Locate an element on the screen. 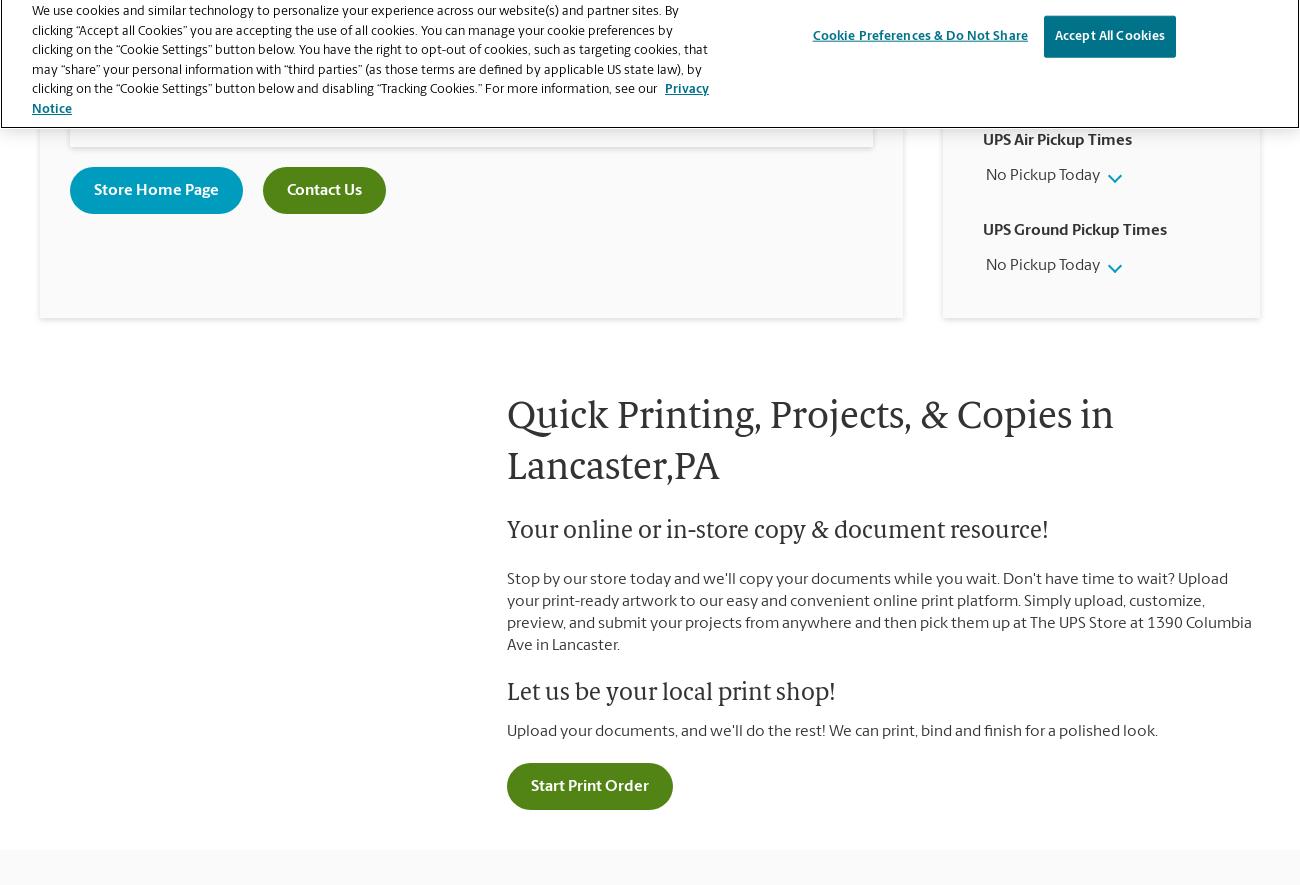 The height and width of the screenshot is (885, 1300). 'Let us be your local print shop!' is located at coordinates (670, 693).